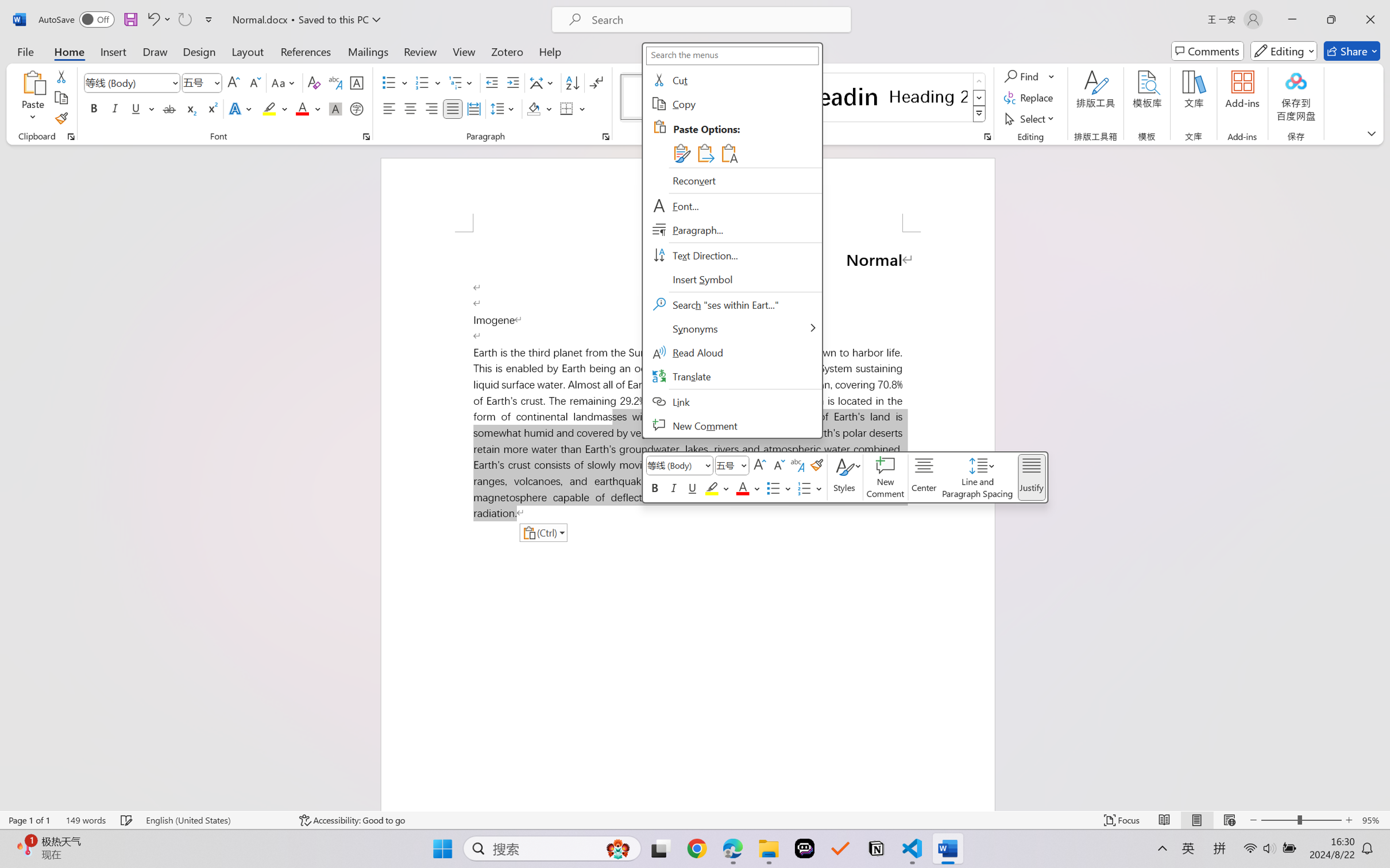  I want to click on 'Superscript', so click(211, 108).